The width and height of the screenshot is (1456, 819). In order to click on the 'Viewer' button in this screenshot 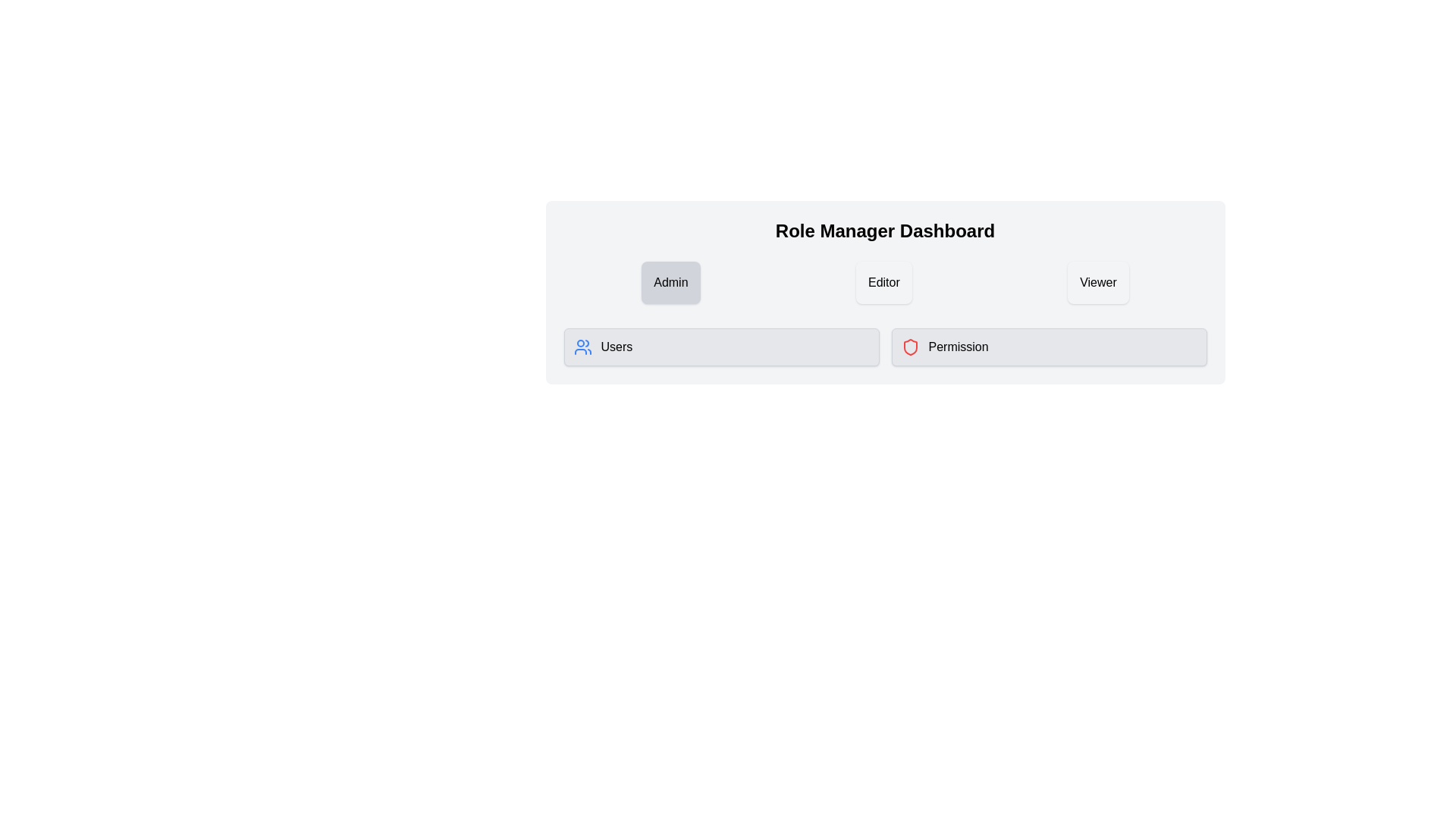, I will do `click(1098, 283)`.